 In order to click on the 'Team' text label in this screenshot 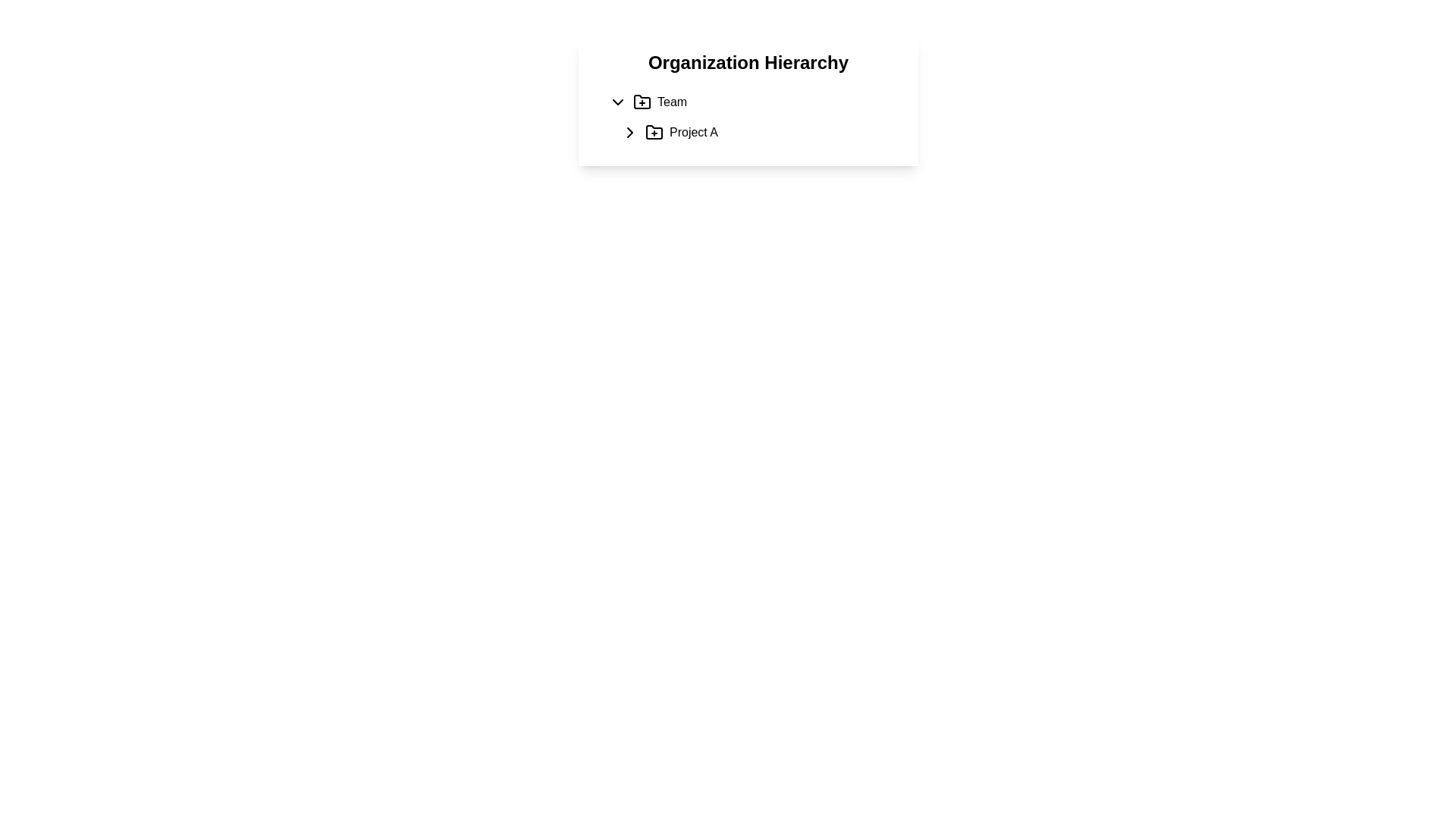, I will do `click(671, 102)`.